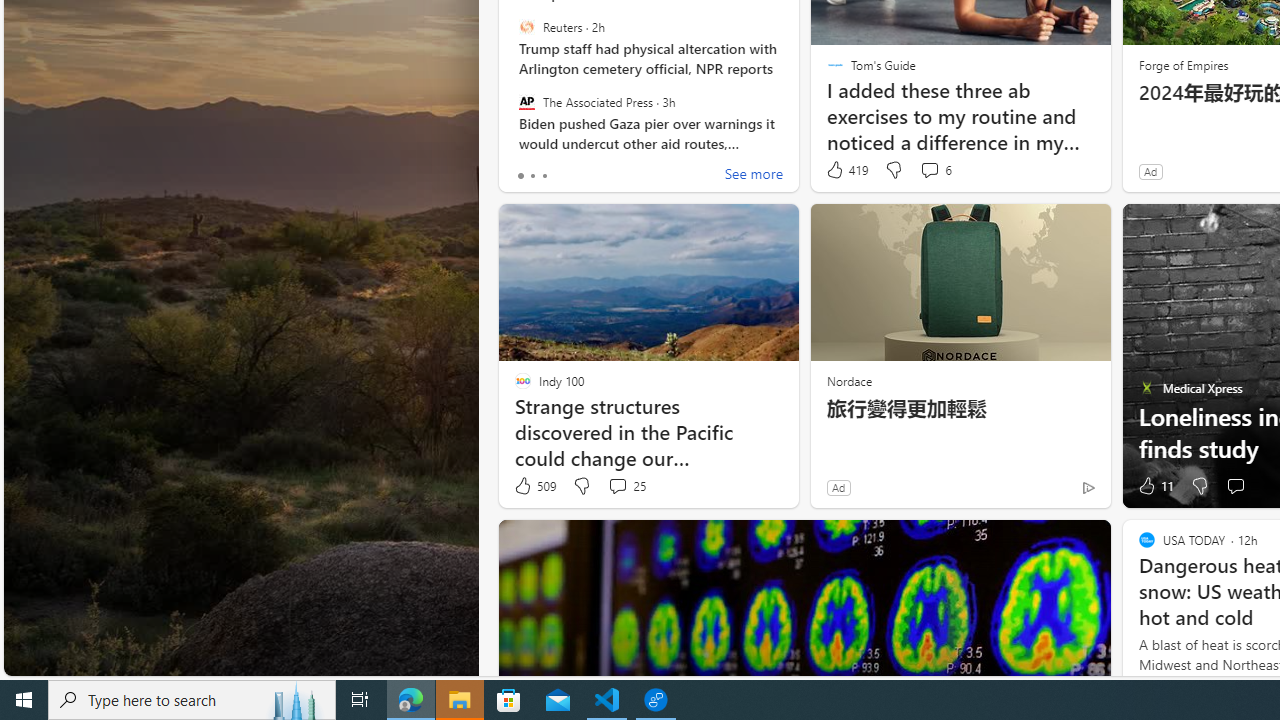 This screenshot has height=720, width=1280. What do you see at coordinates (526, 27) in the screenshot?
I see `'Reuters'` at bounding box center [526, 27].